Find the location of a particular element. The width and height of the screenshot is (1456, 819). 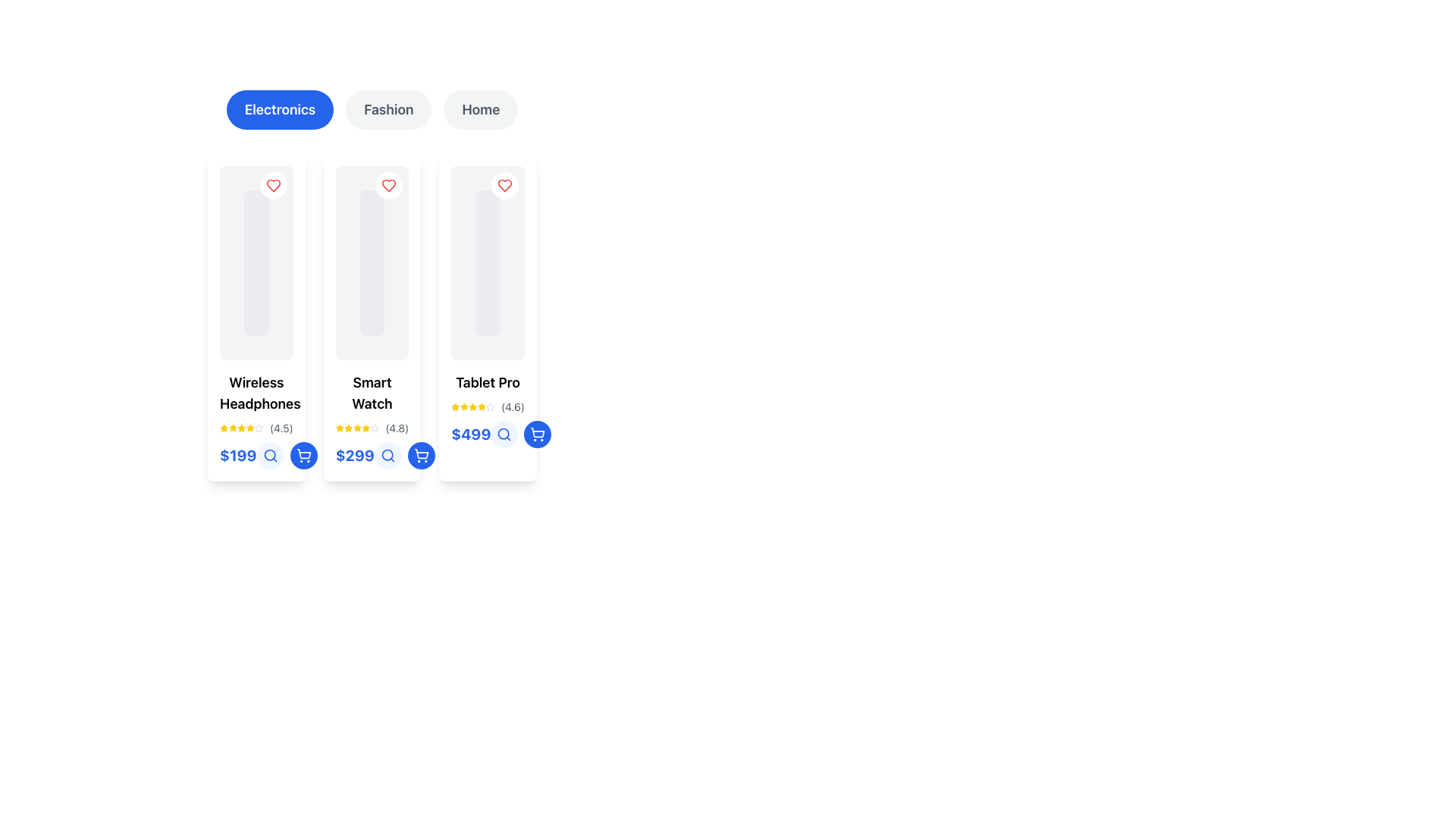

the shopping cart icon button at the bottom-right corner of the 'Tablet Pro' card is located at coordinates (538, 435).